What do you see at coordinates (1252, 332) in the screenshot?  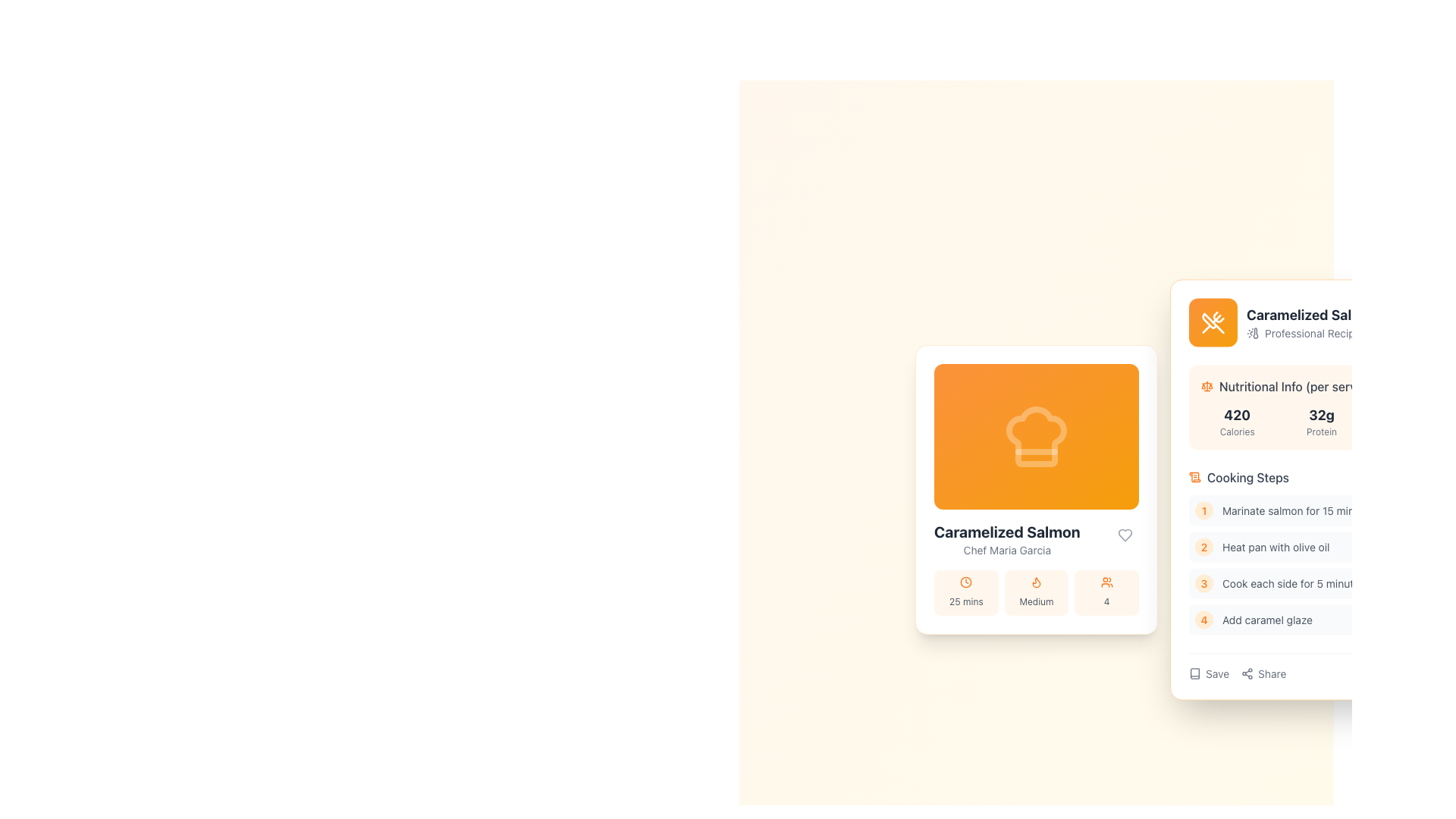 I see `the thermometer icon with a sun that is located to the left of the 'Professional Recipe' text in the recipe card section` at bounding box center [1252, 332].